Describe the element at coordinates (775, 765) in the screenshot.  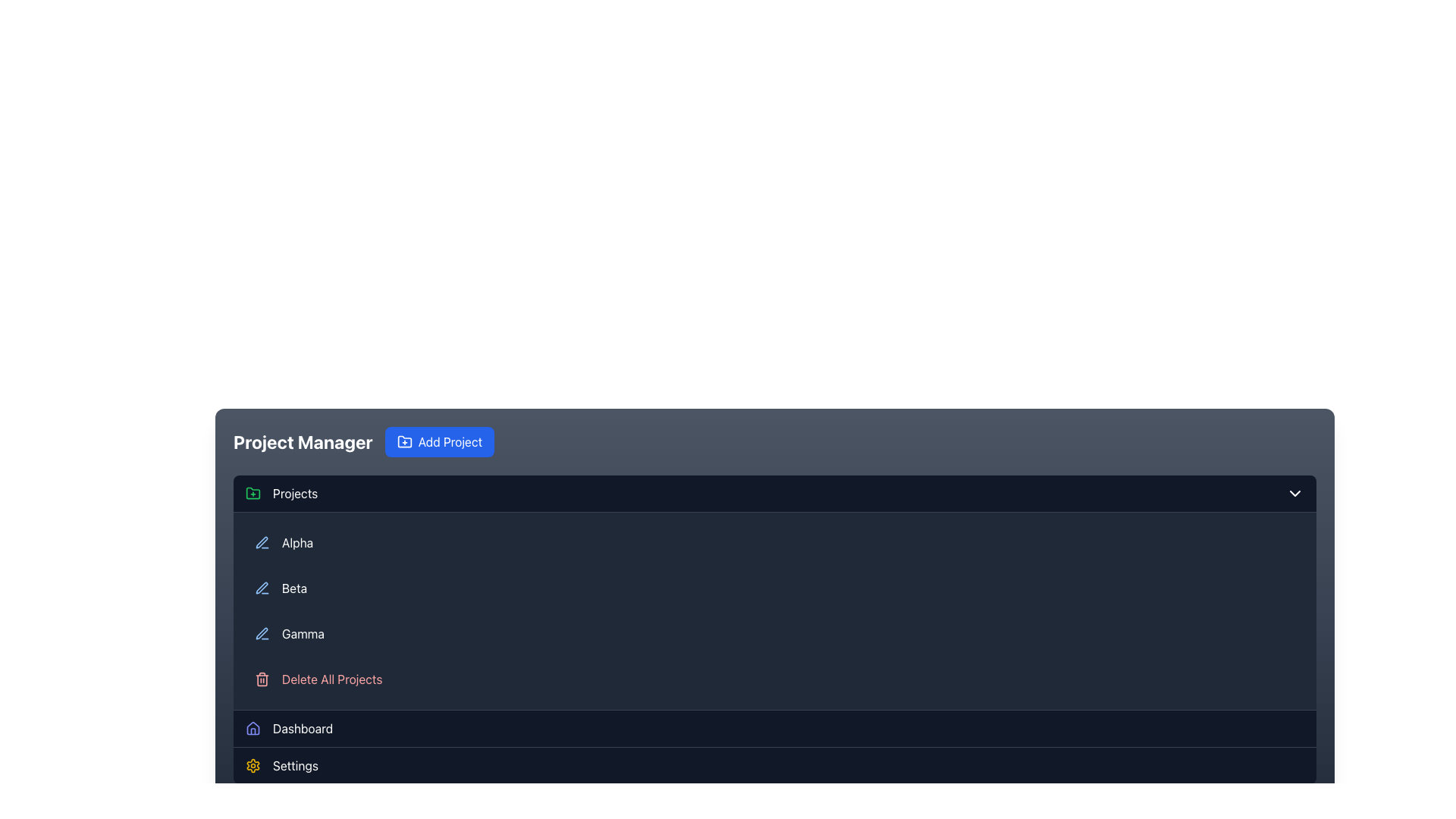
I see `the bottom-most button in the 'Project Manager' menu` at that location.